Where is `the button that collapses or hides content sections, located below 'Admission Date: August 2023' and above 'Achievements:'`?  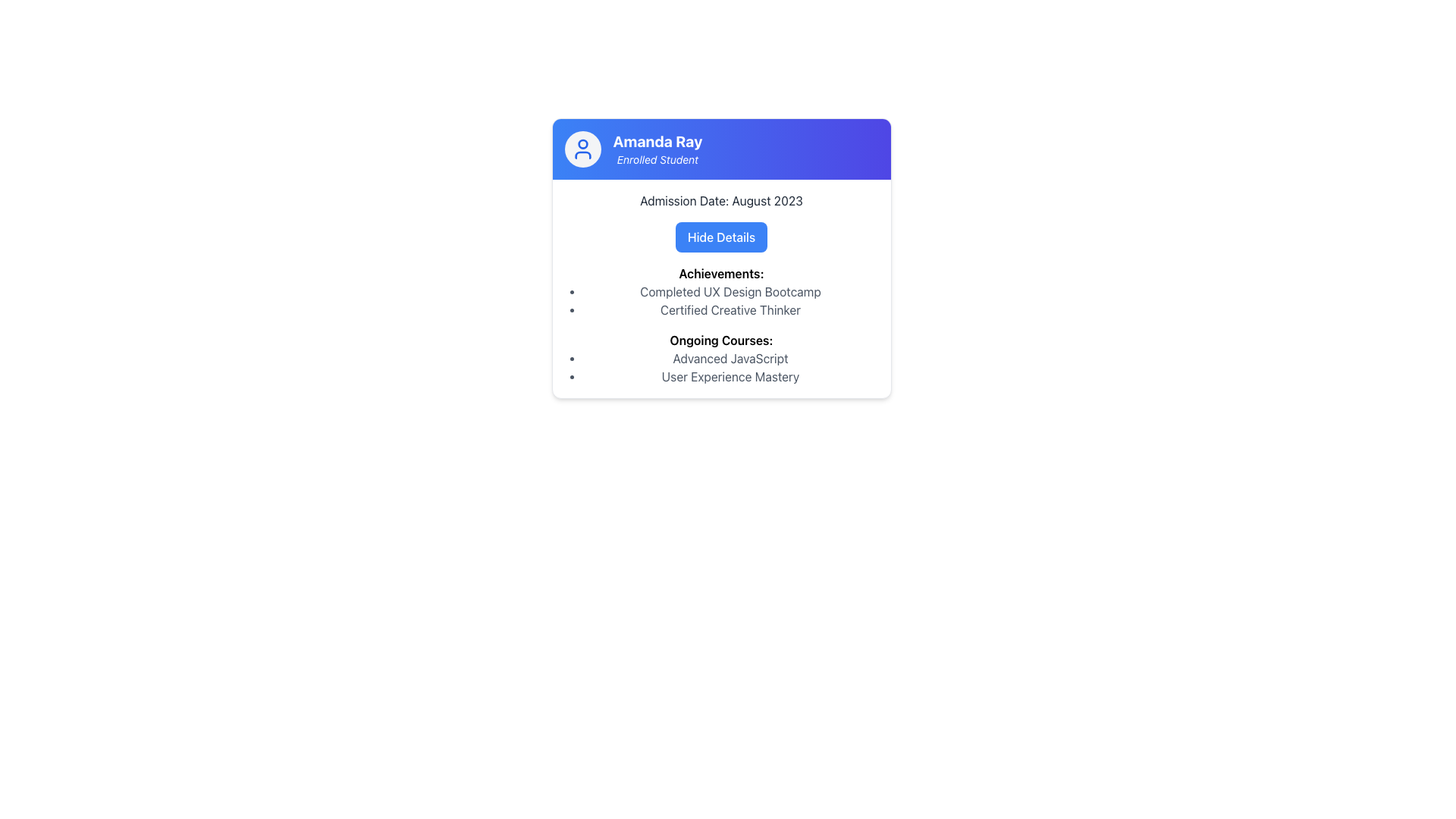 the button that collapses or hides content sections, located below 'Admission Date: August 2023' and above 'Achievements:' is located at coordinates (720, 237).